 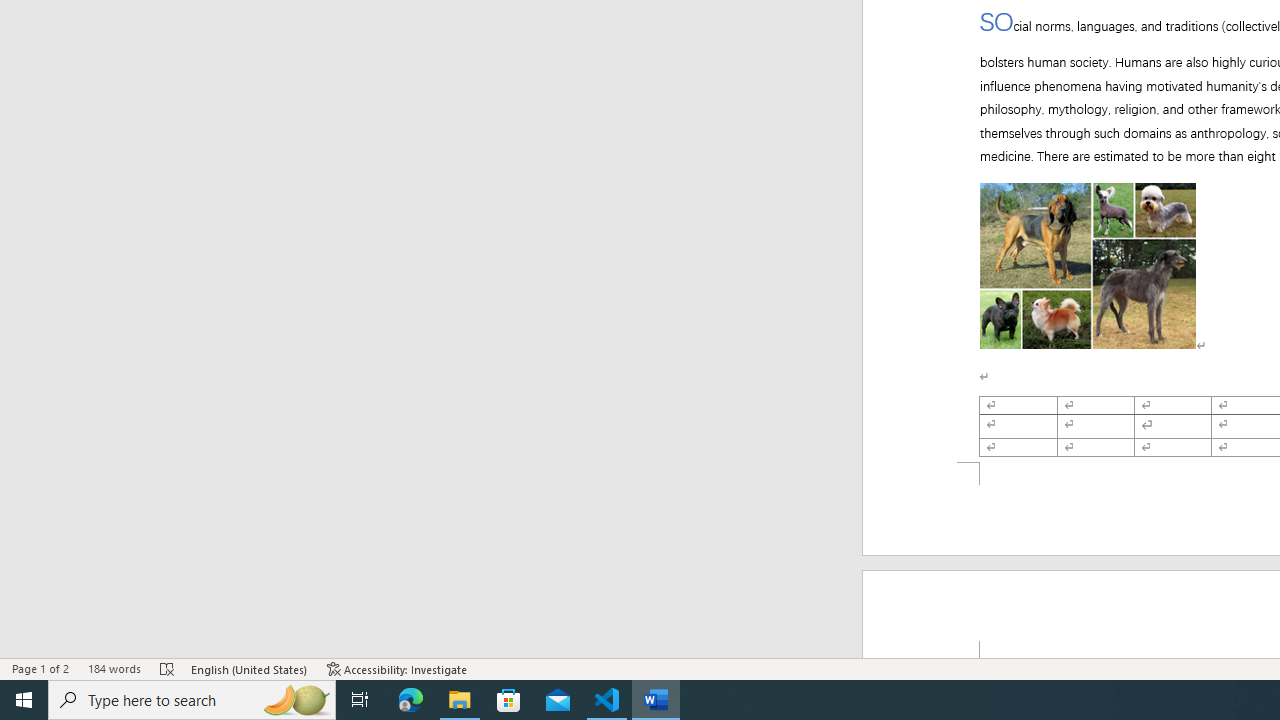 I want to click on 'Page Number Page 1 of 2', so click(x=40, y=669).